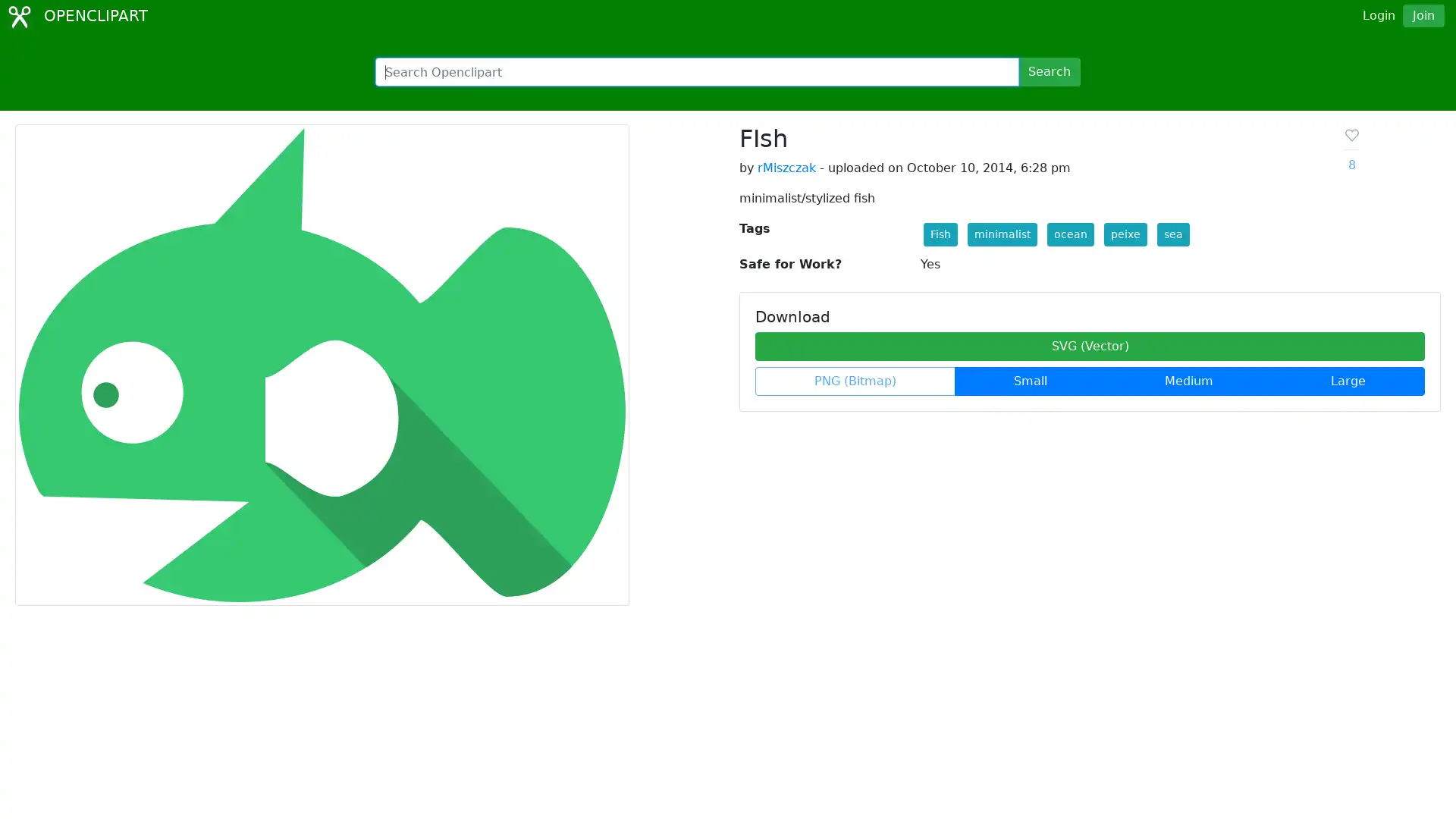 Image resolution: width=1456 pixels, height=819 pixels. I want to click on Fish, so click(939, 234).